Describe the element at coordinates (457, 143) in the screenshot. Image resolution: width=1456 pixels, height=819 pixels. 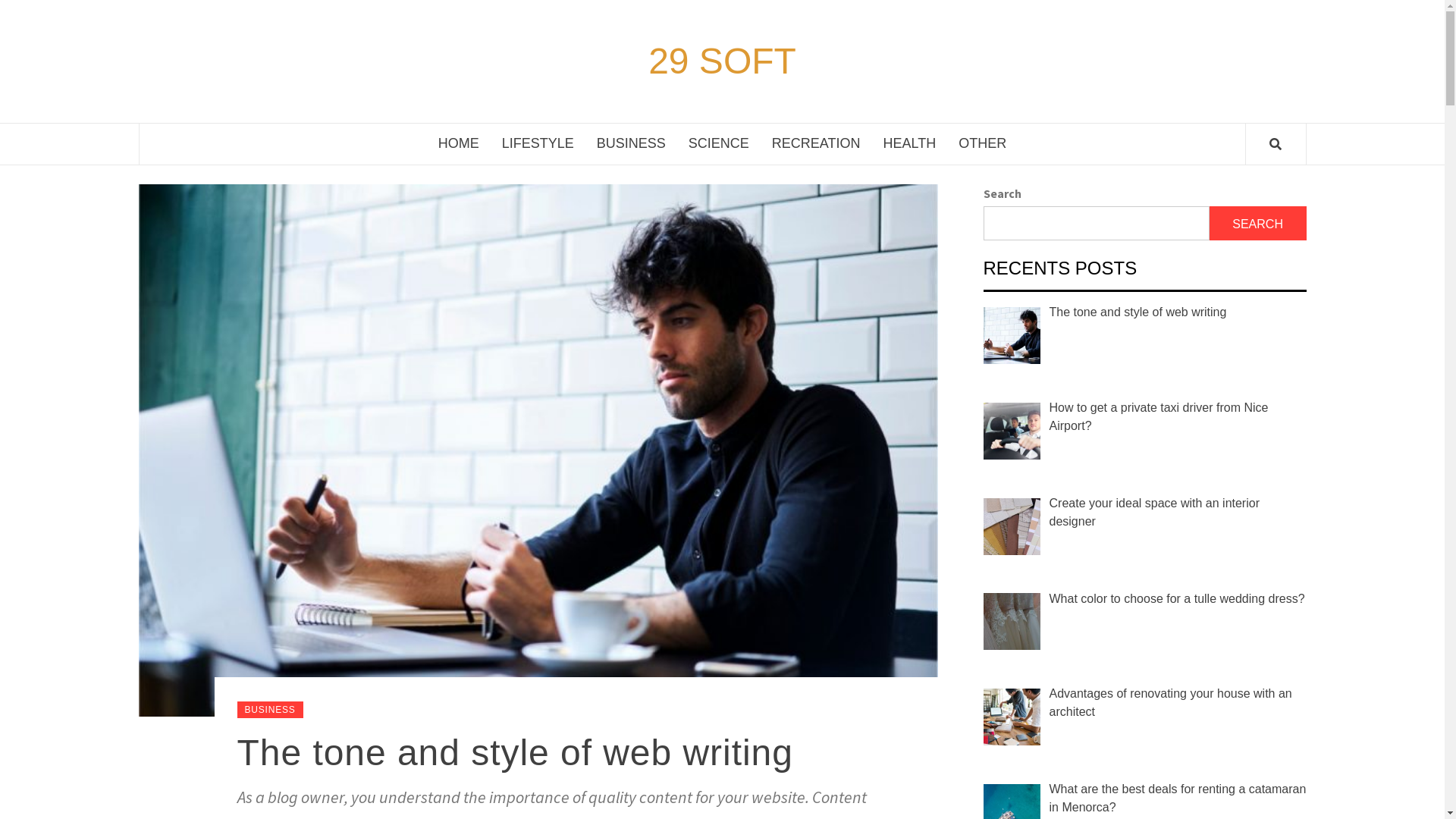
I see `'HOME'` at that location.